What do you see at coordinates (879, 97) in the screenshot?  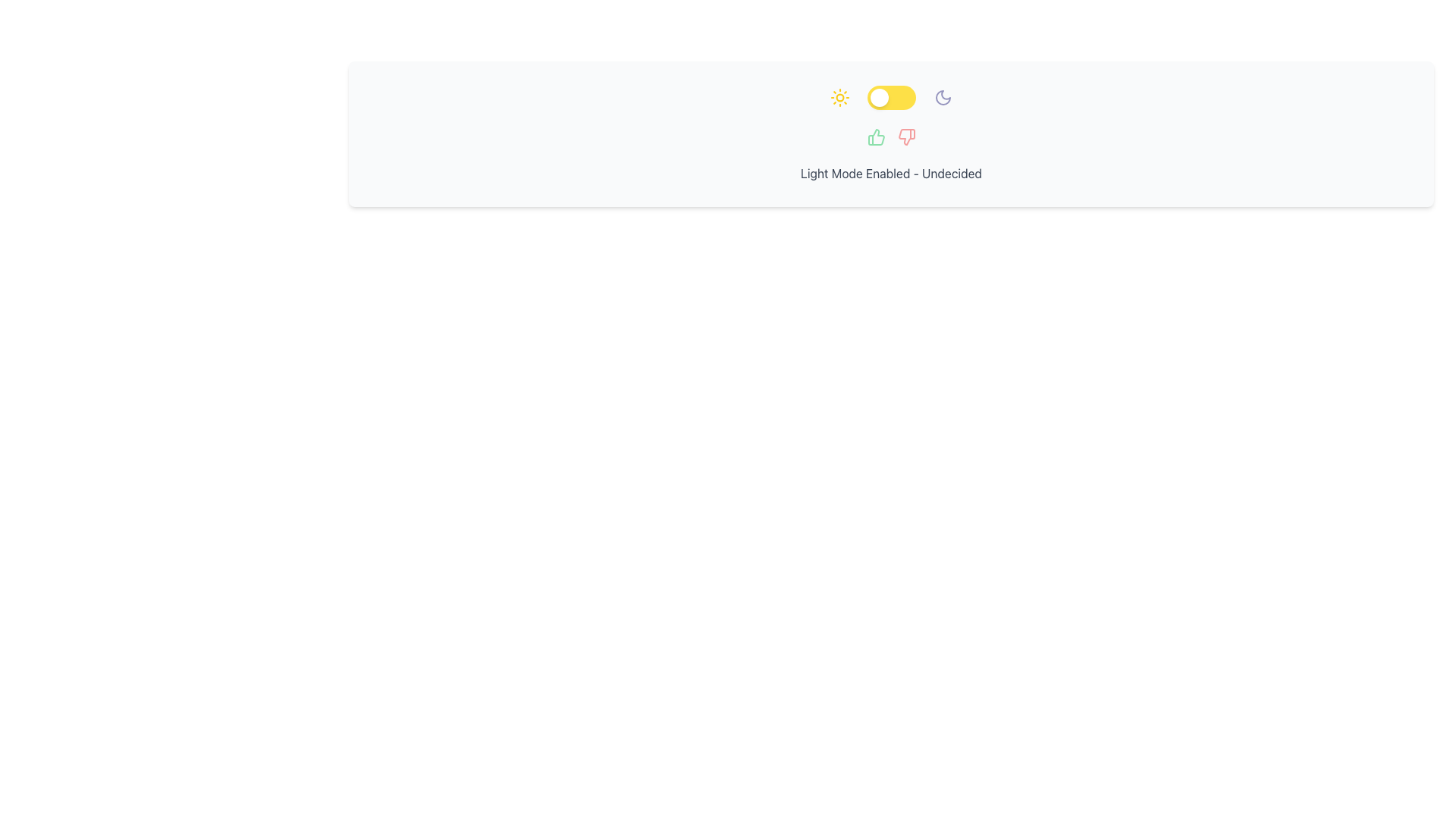 I see `the circular white toggle switch handle, which is located on the leftmost side of the toggle switch with a yellow background` at bounding box center [879, 97].